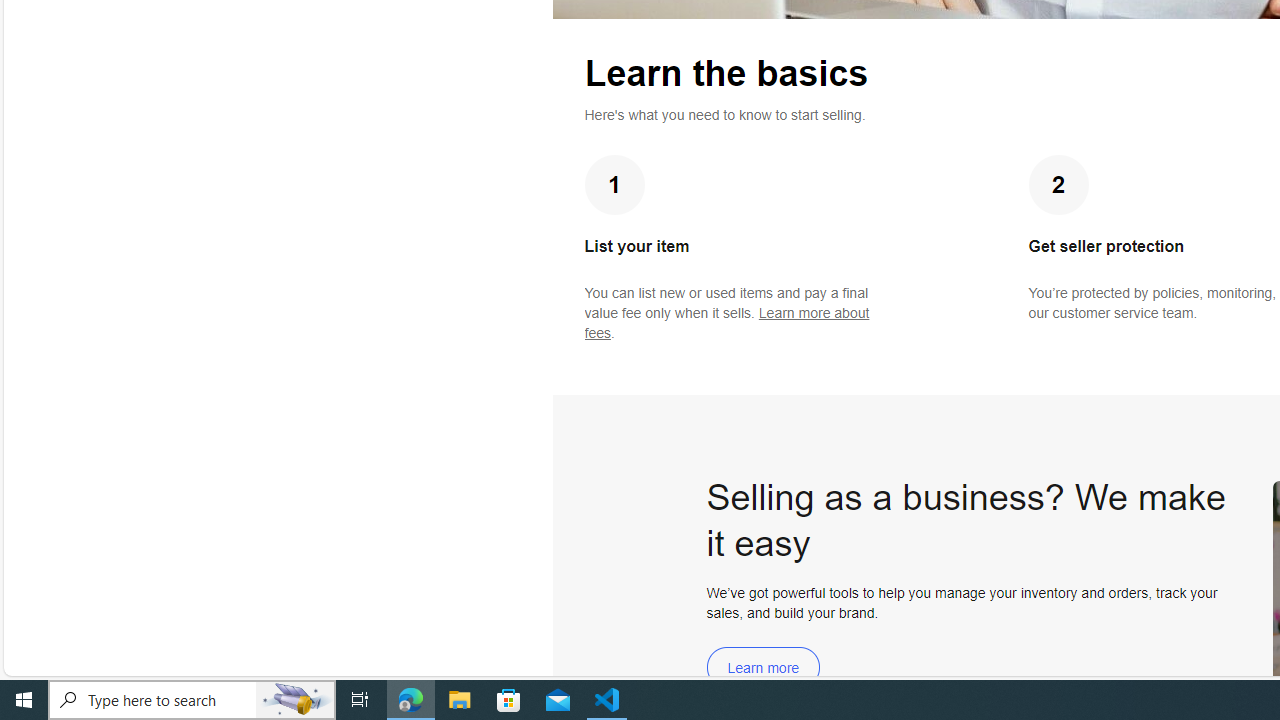 The image size is (1280, 720). Describe the element at coordinates (762, 667) in the screenshot. I see `'Learn more'` at that location.